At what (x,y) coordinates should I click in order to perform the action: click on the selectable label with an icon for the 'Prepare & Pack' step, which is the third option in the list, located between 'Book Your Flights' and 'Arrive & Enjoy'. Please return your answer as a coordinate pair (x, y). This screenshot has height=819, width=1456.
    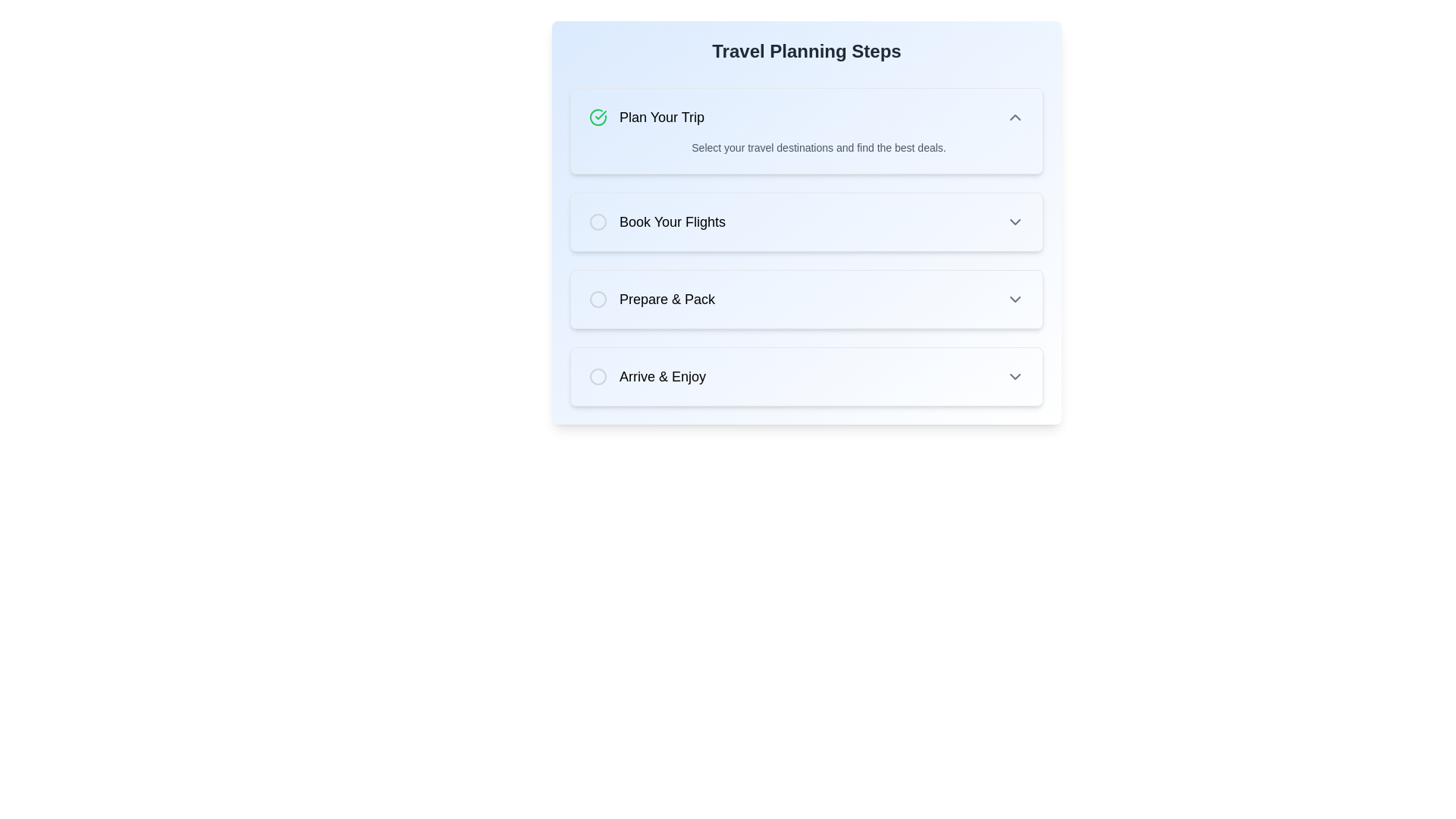
    Looking at the image, I should click on (651, 299).